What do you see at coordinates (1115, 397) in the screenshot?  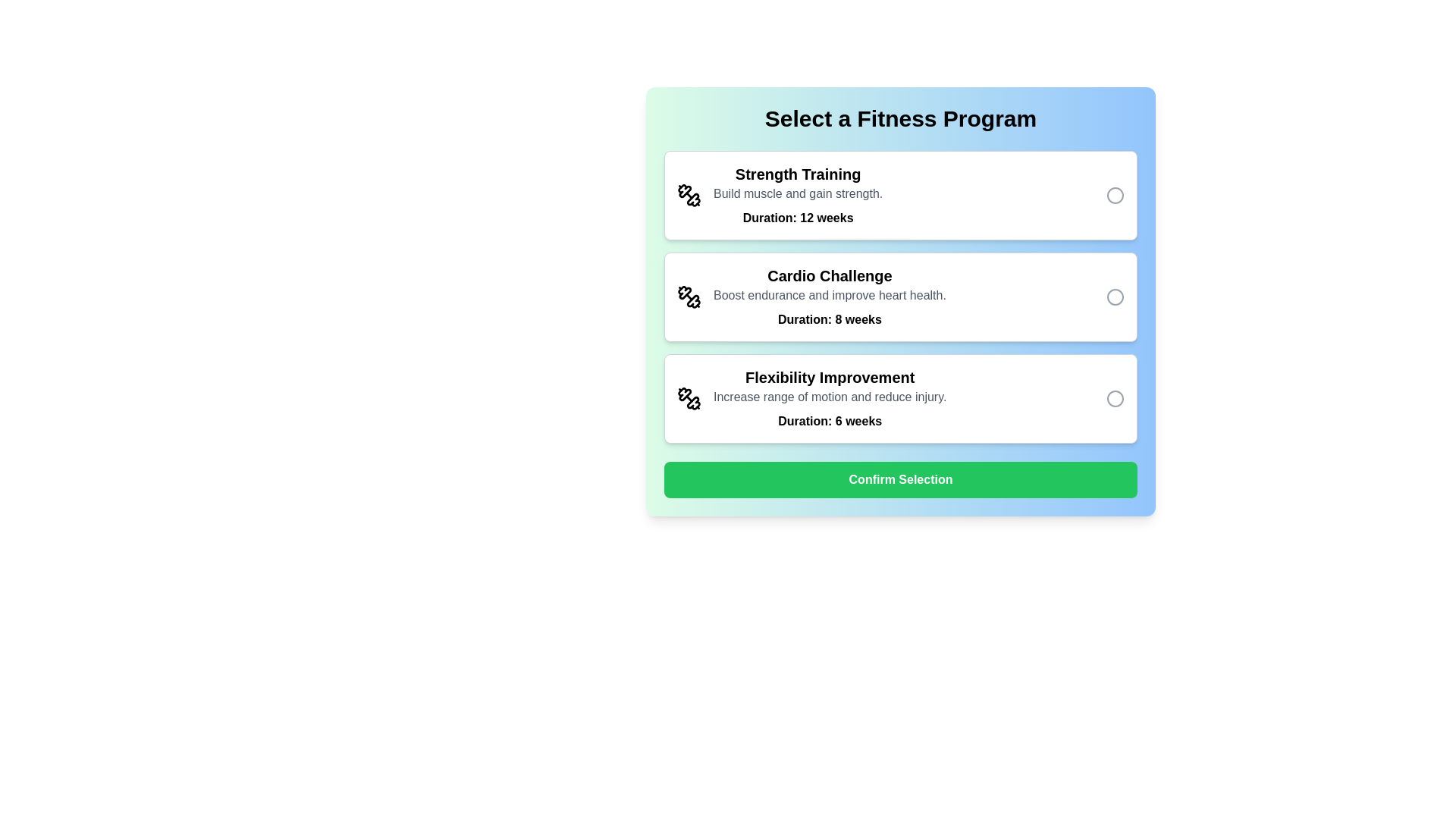 I see `the inner circle of the SVG icon that is located at the far-right edge of the 'Flexibility Improvement' program option box` at bounding box center [1115, 397].